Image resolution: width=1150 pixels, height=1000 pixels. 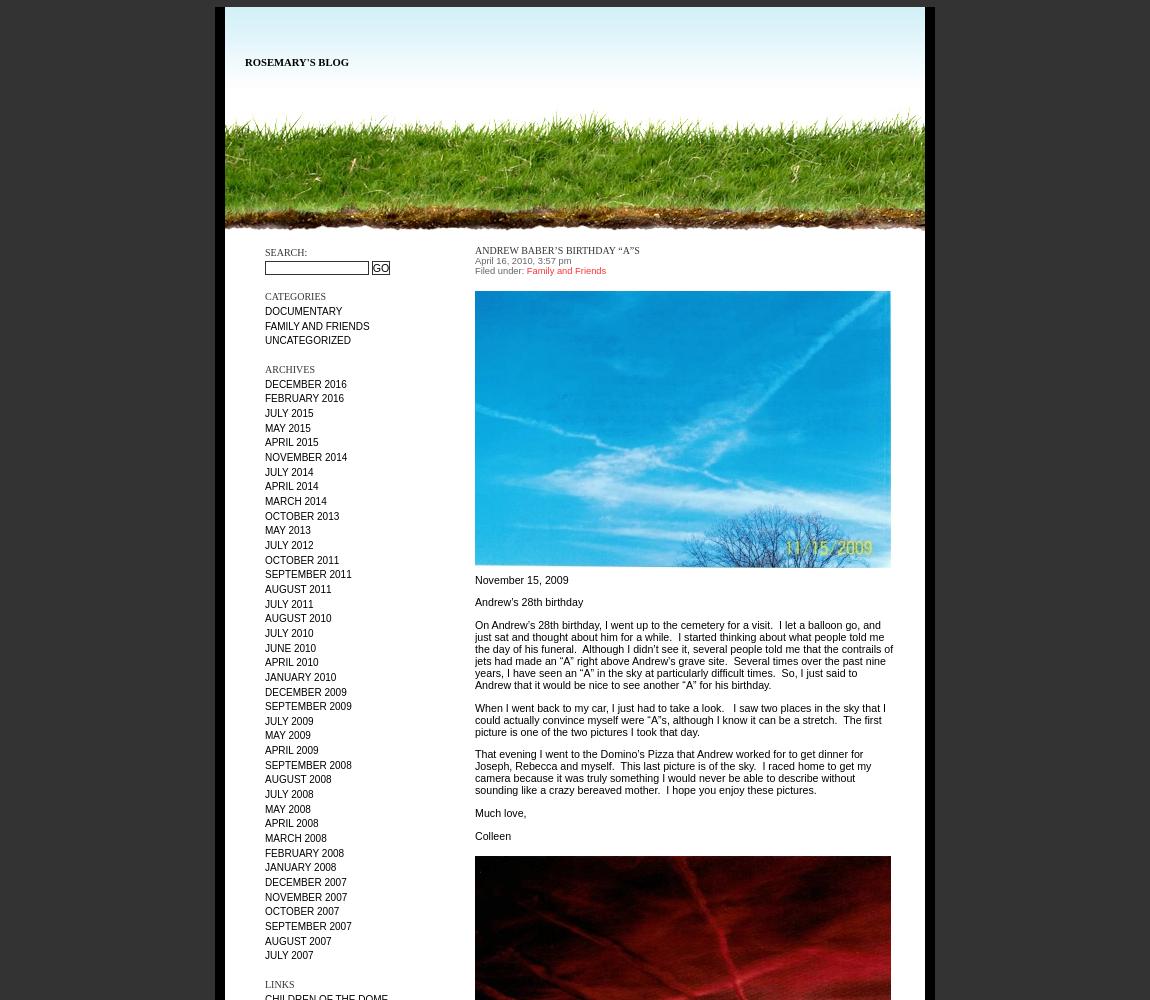 I want to click on 'November 2007', so click(x=306, y=896).